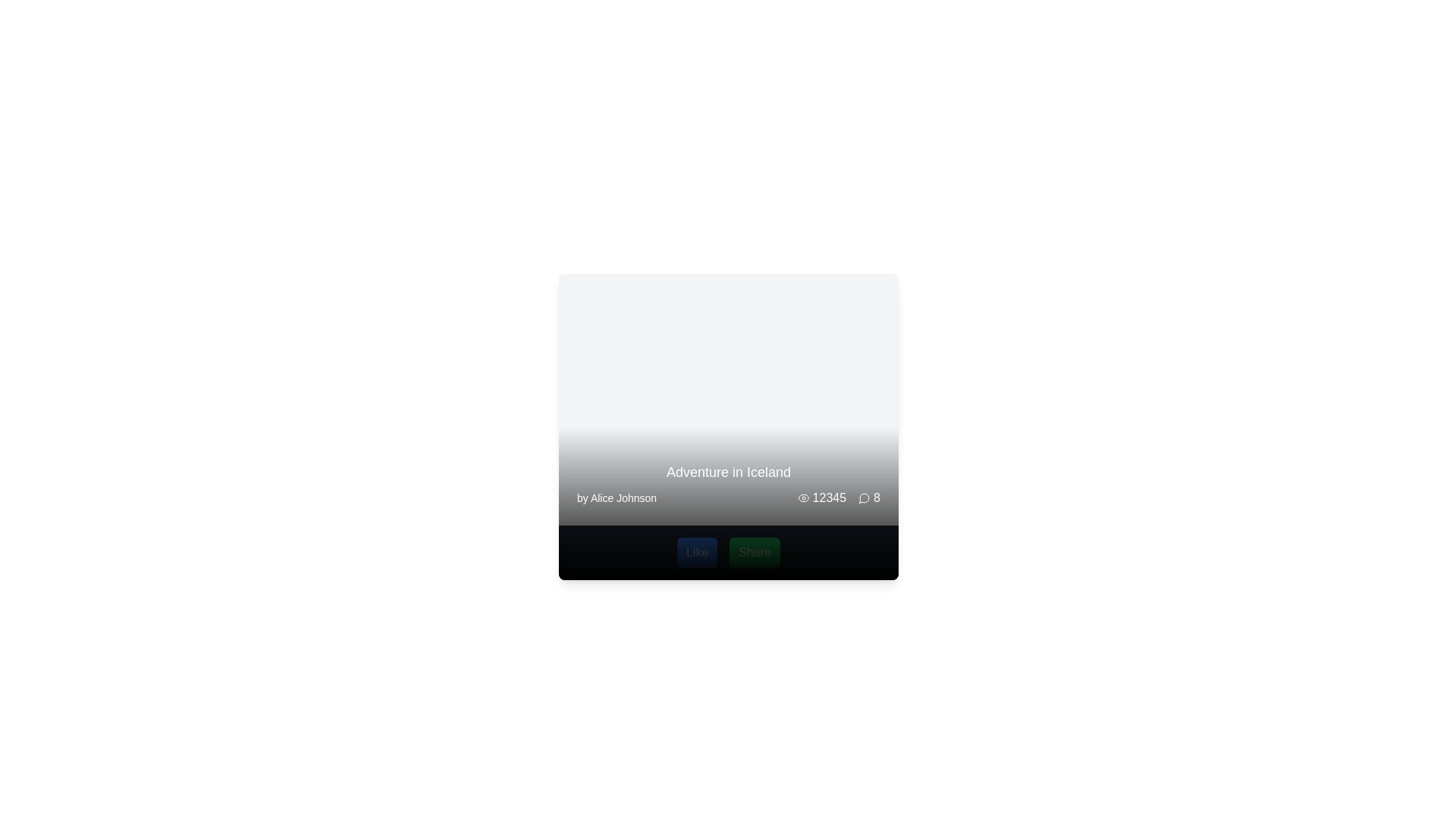 The image size is (1456, 819). What do you see at coordinates (617, 497) in the screenshot?
I see `the static label that reads 'by Alice Johnson', located at the bottom left of the card, to the left of numerical statistics and icons` at bounding box center [617, 497].